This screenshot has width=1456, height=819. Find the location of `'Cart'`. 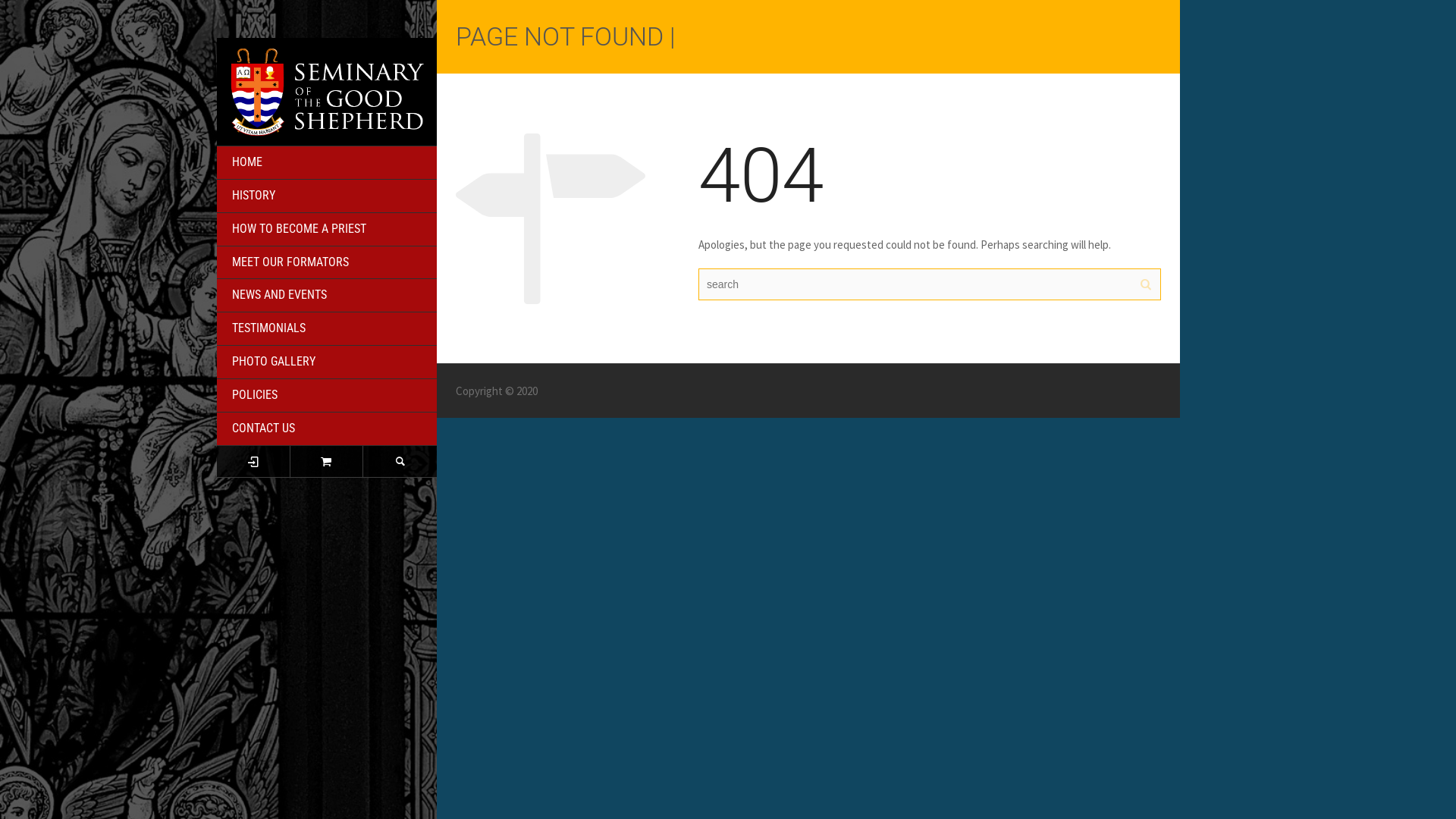

'Cart' is located at coordinates (326, 460).